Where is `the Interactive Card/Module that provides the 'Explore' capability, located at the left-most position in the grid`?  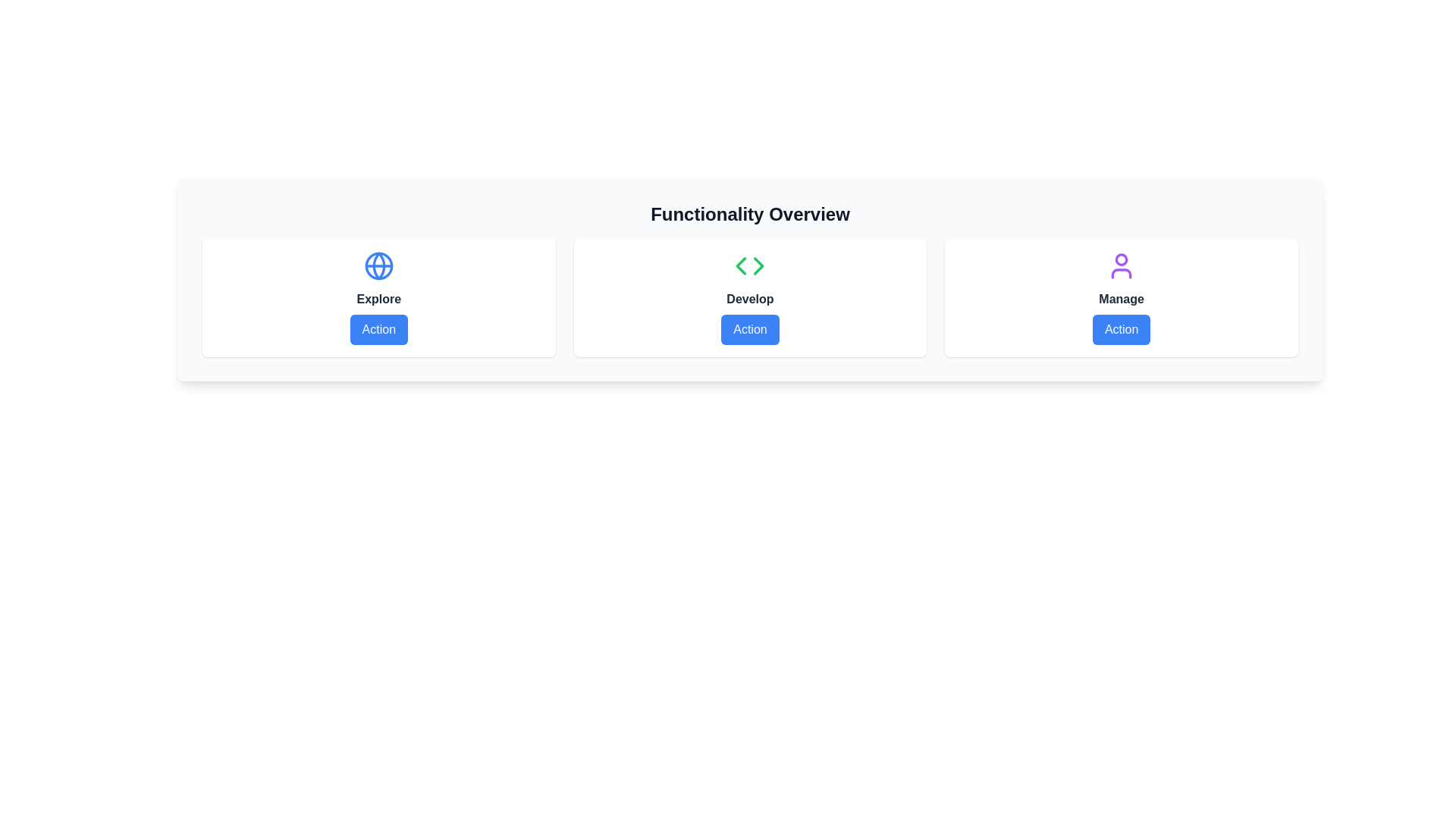 the Interactive Card/Module that provides the 'Explore' capability, located at the left-most position in the grid is located at coordinates (378, 298).